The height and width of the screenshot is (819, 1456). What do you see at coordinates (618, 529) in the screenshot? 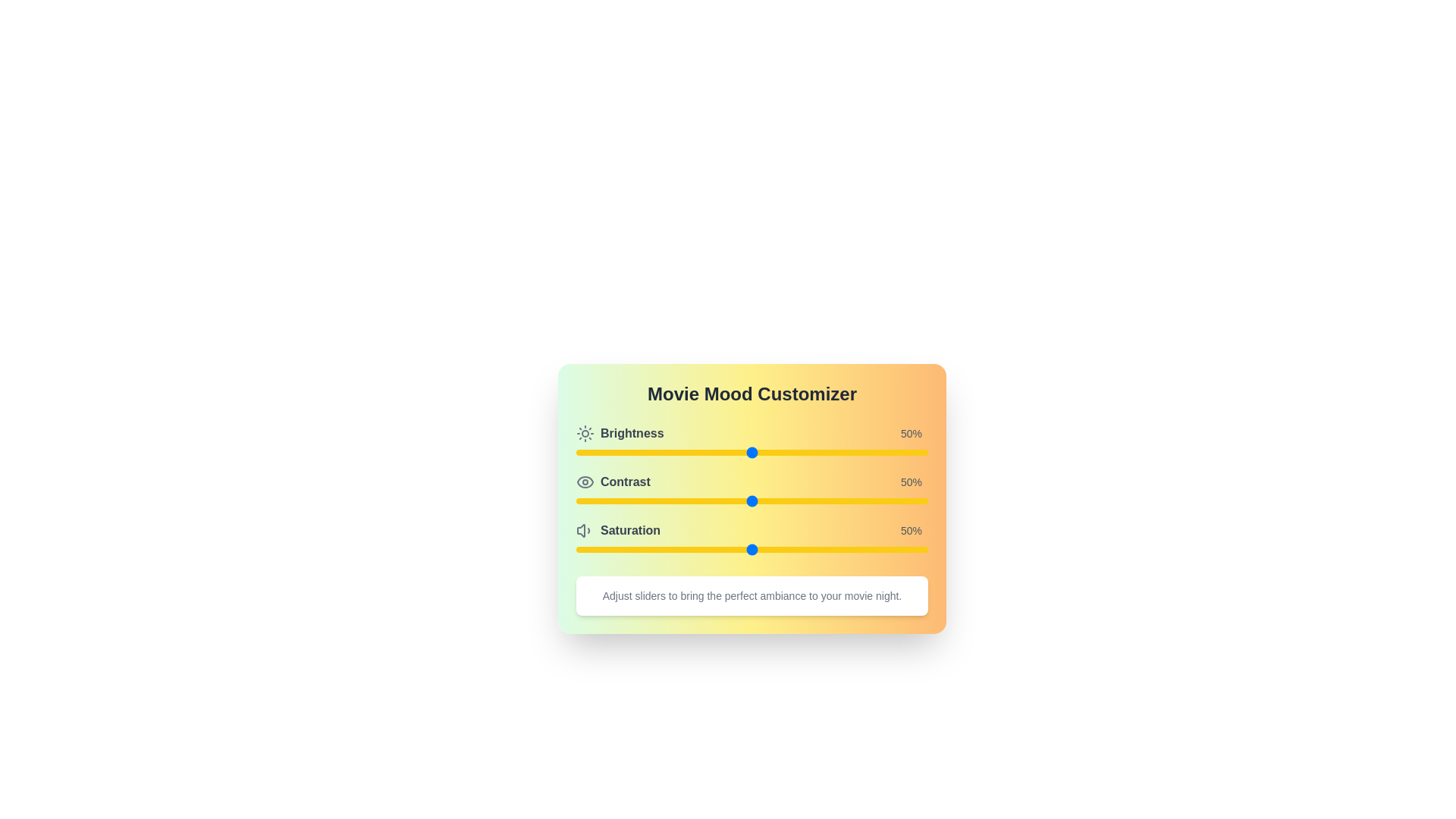
I see `the saturation label, which is the third item in a vertically stacked list of settings, slightly left of center and towards the bottom of the list` at bounding box center [618, 529].